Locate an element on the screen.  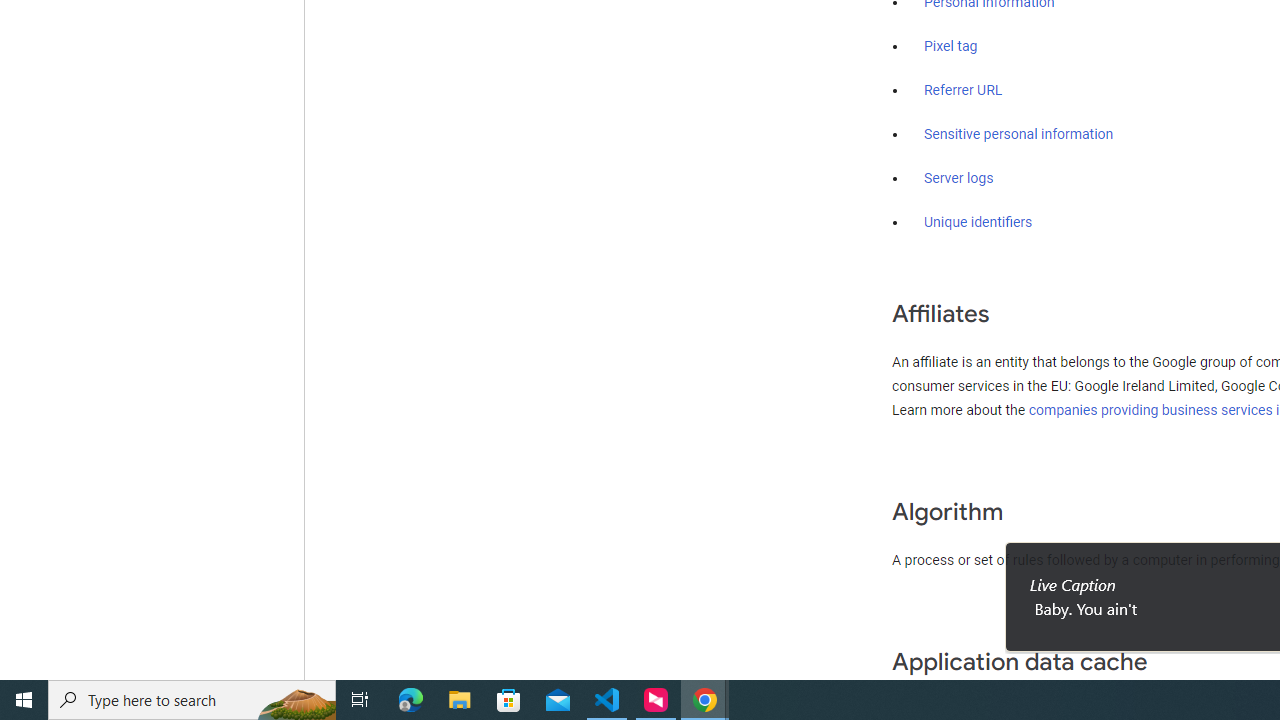
'Sensitive personal information' is located at coordinates (1018, 135).